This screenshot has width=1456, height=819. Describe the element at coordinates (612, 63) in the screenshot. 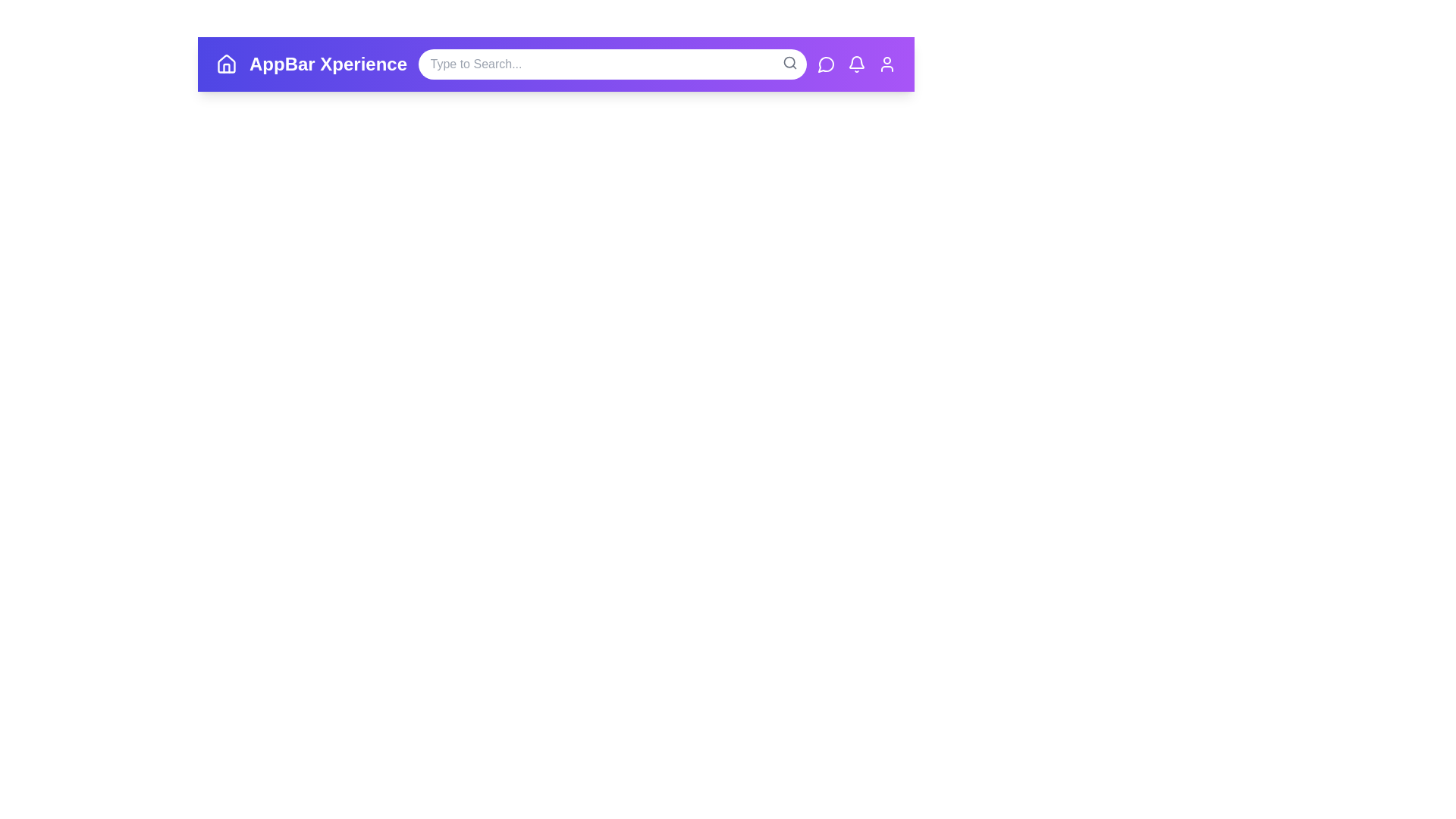

I see `the search bar and type the text 'example'` at that location.